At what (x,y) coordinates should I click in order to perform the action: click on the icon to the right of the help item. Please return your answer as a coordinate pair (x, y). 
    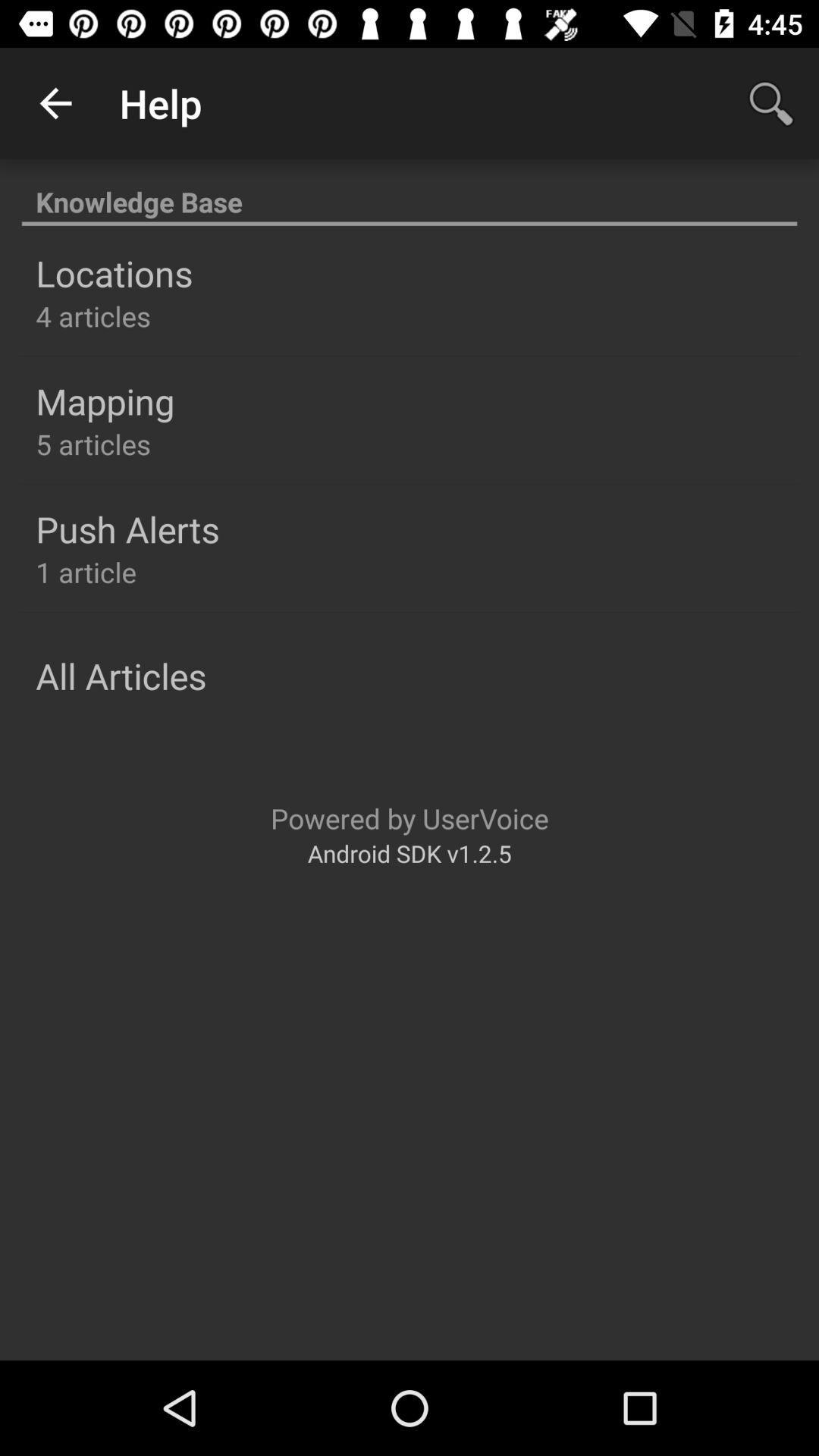
    Looking at the image, I should click on (771, 102).